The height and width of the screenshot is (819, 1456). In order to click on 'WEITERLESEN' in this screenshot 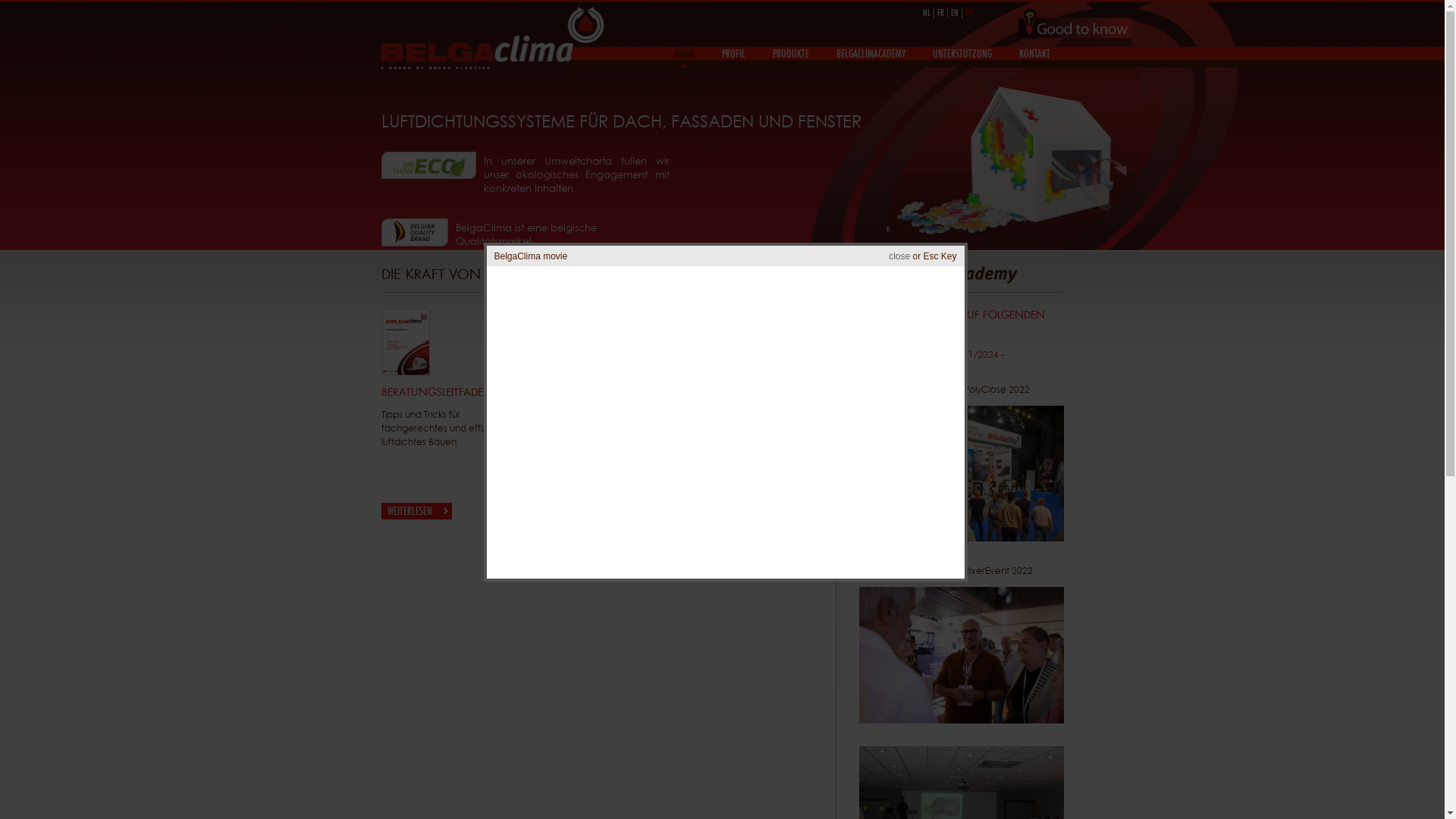, I will do `click(381, 511)`.